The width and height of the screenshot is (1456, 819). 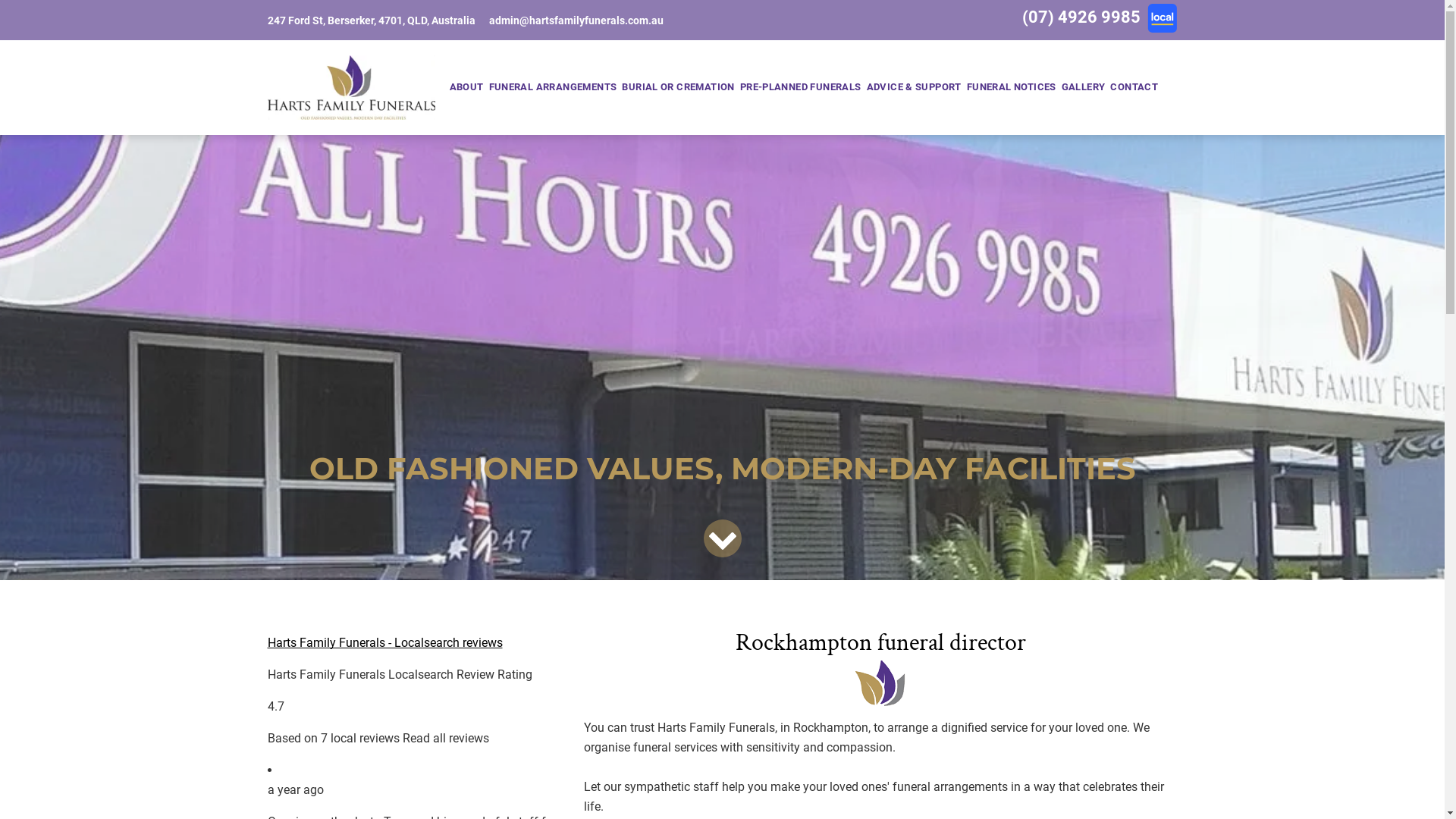 What do you see at coordinates (619, 87) in the screenshot?
I see `'BURIAL OR CREMATION'` at bounding box center [619, 87].